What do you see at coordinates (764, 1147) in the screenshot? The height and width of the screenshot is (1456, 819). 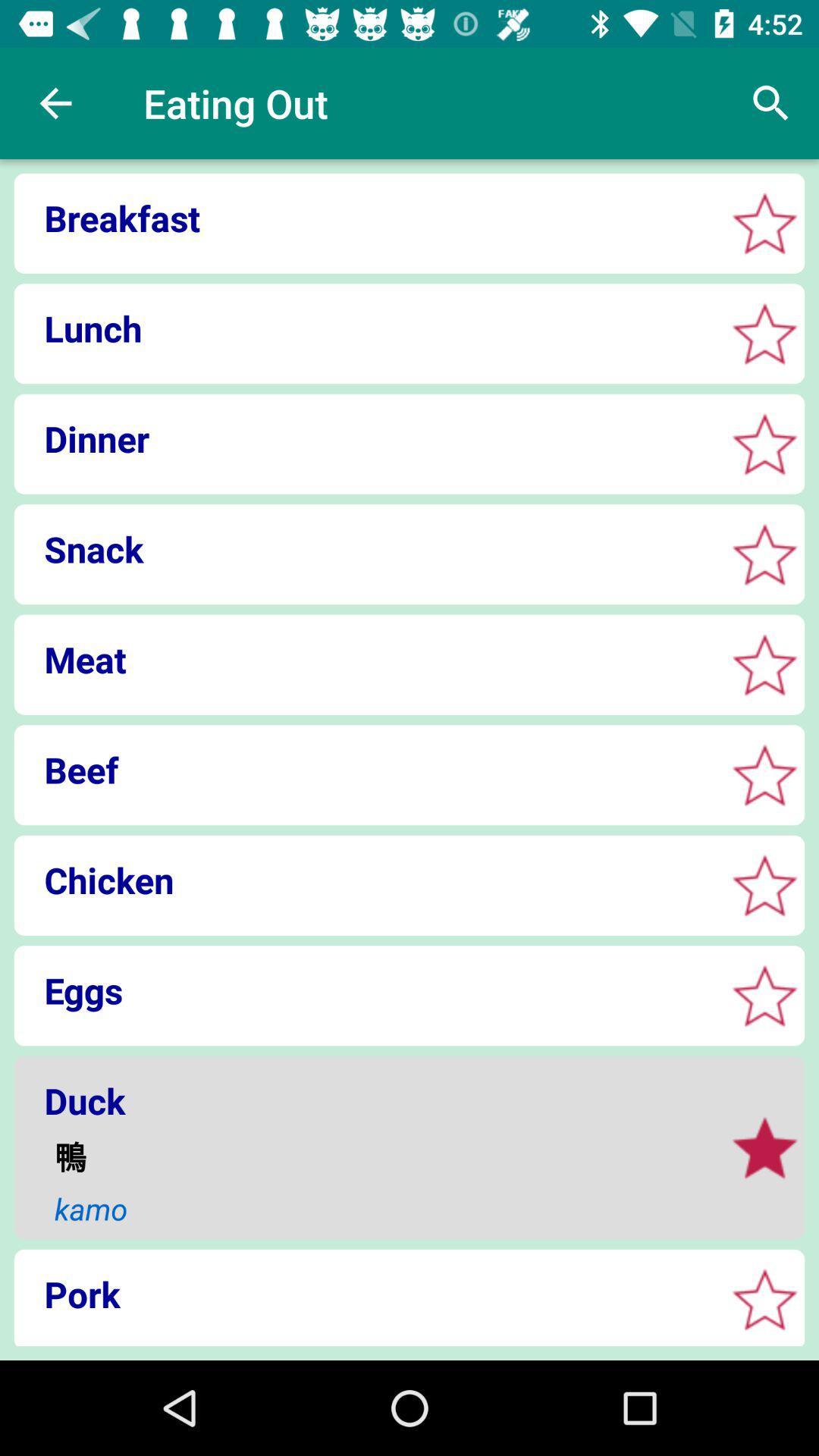 I see `favourite option` at bounding box center [764, 1147].